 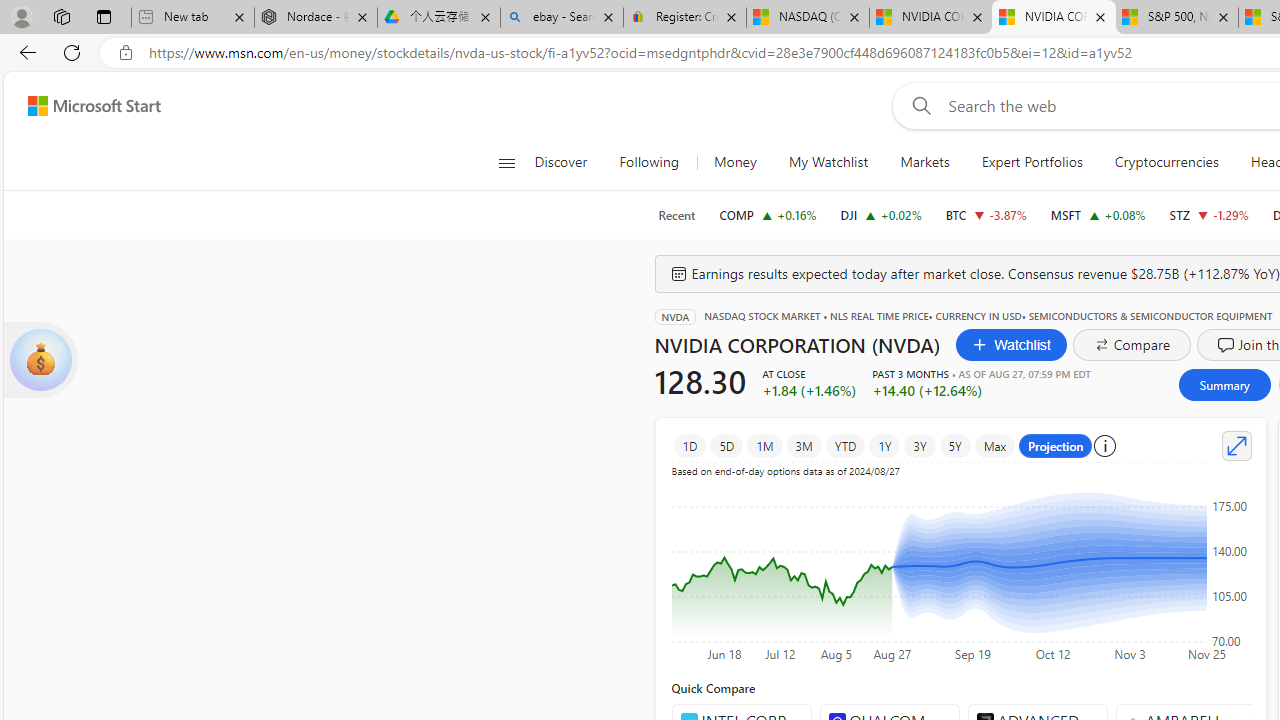 What do you see at coordinates (764, 445) in the screenshot?
I see `'1M'` at bounding box center [764, 445].